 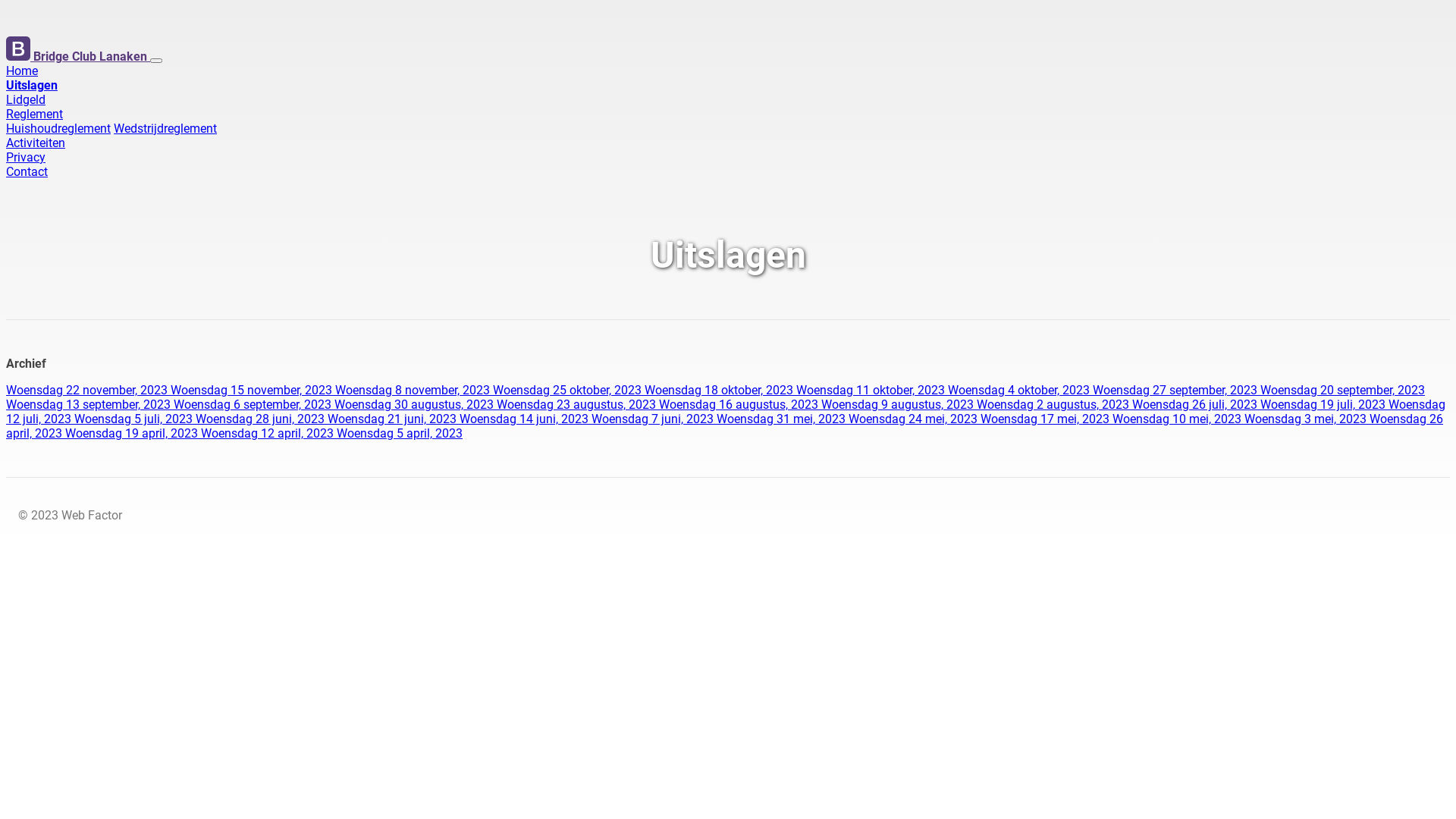 I want to click on 'Woensdag 18 oktober, 2023', so click(x=720, y=389).